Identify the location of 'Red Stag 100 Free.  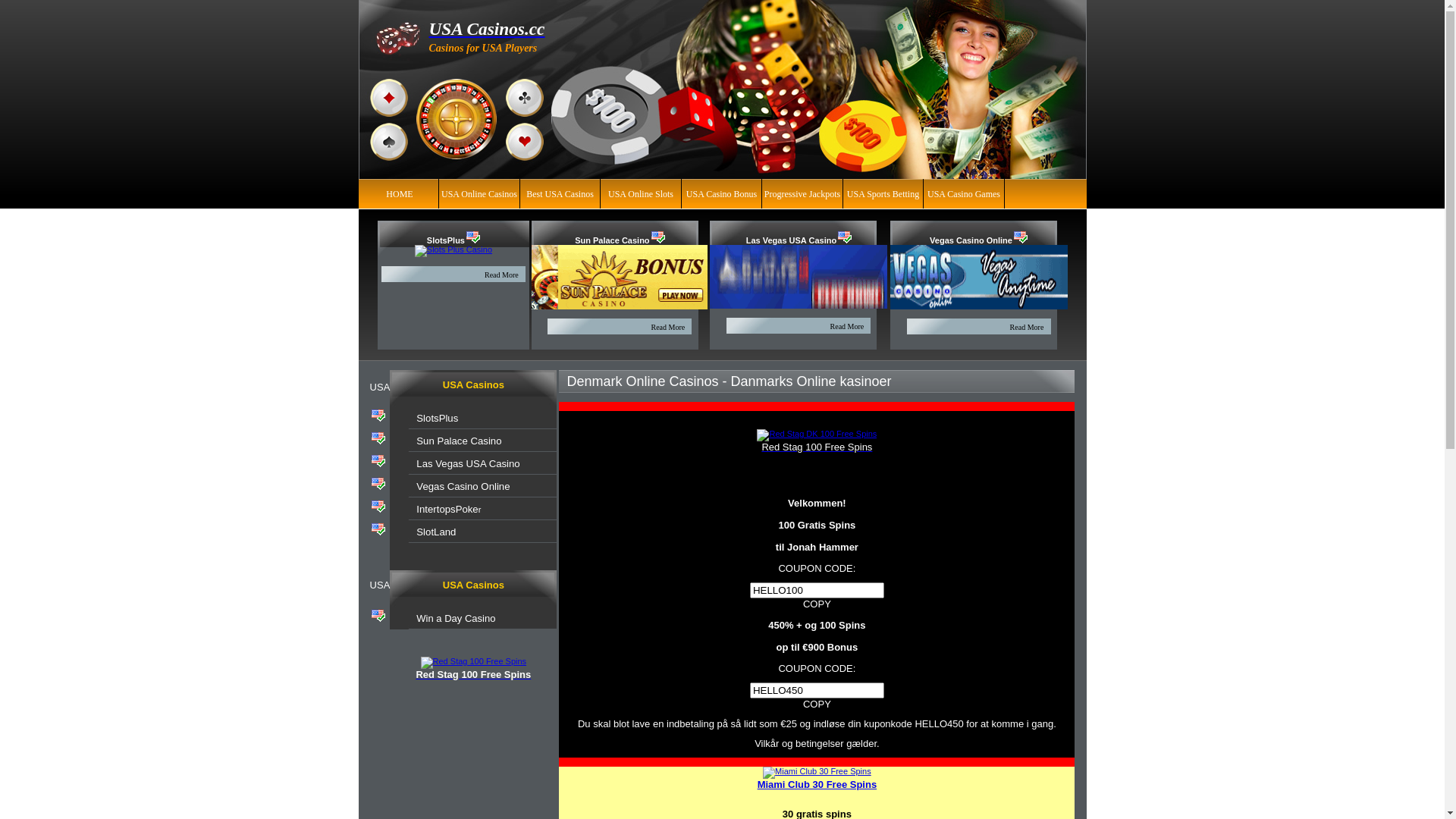
(421, 662).